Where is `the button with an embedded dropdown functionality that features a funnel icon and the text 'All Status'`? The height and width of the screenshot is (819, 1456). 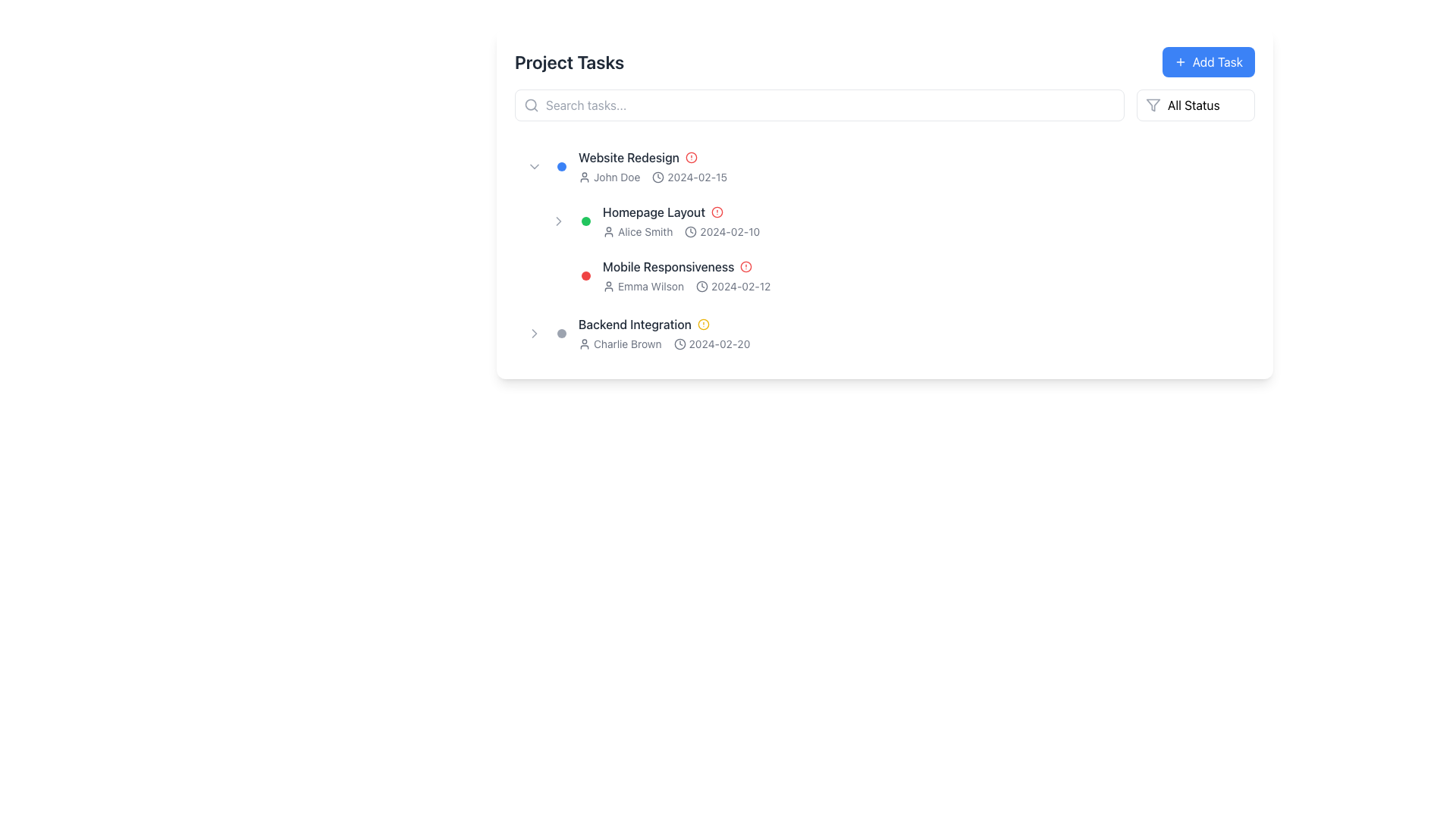
the button with an embedded dropdown functionality that features a funnel icon and the text 'All Status' is located at coordinates (1195, 104).